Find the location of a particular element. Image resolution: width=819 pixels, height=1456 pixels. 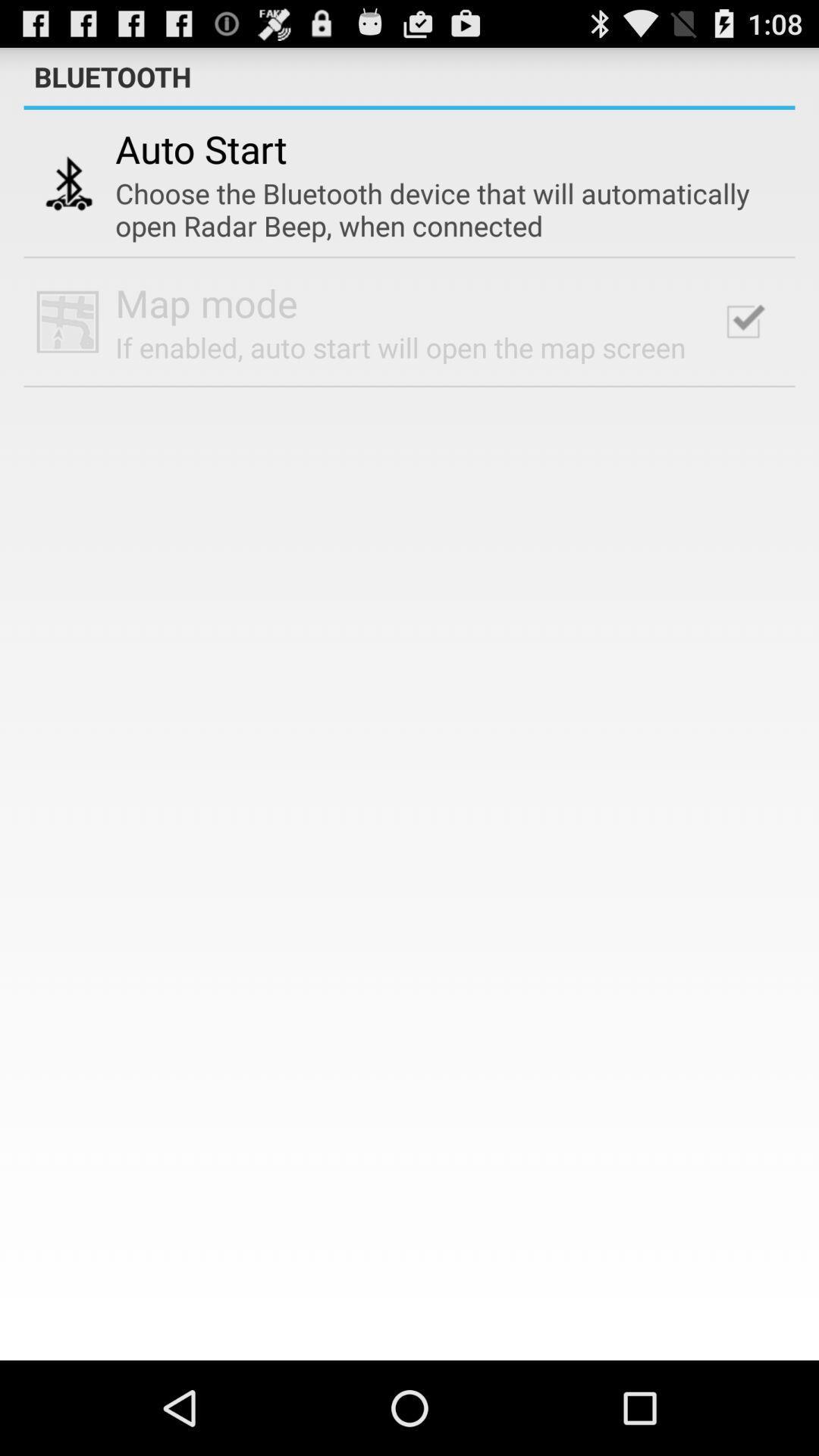

the map mode is located at coordinates (206, 303).